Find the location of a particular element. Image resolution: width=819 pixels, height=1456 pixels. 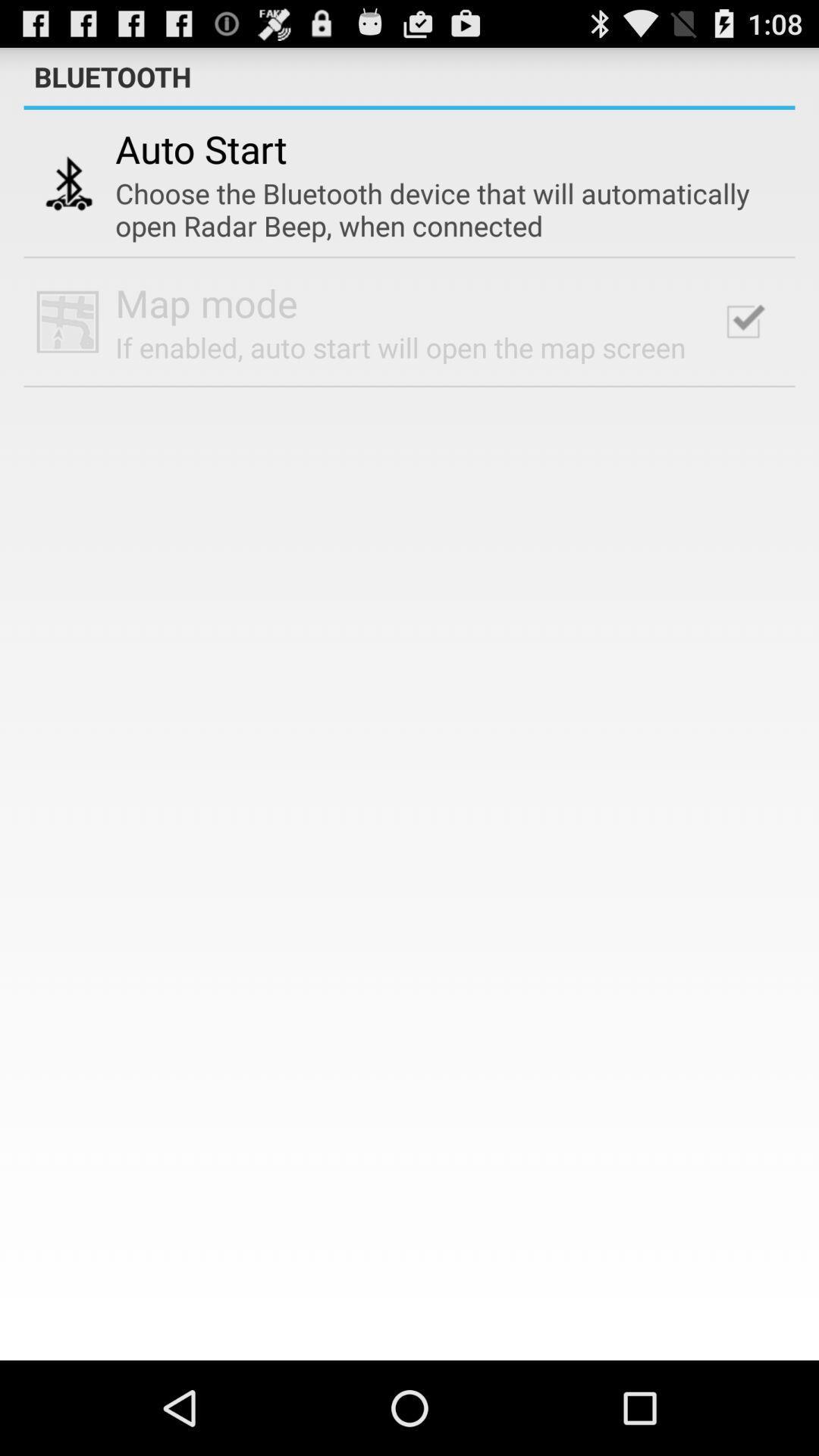

the map mode is located at coordinates (206, 303).